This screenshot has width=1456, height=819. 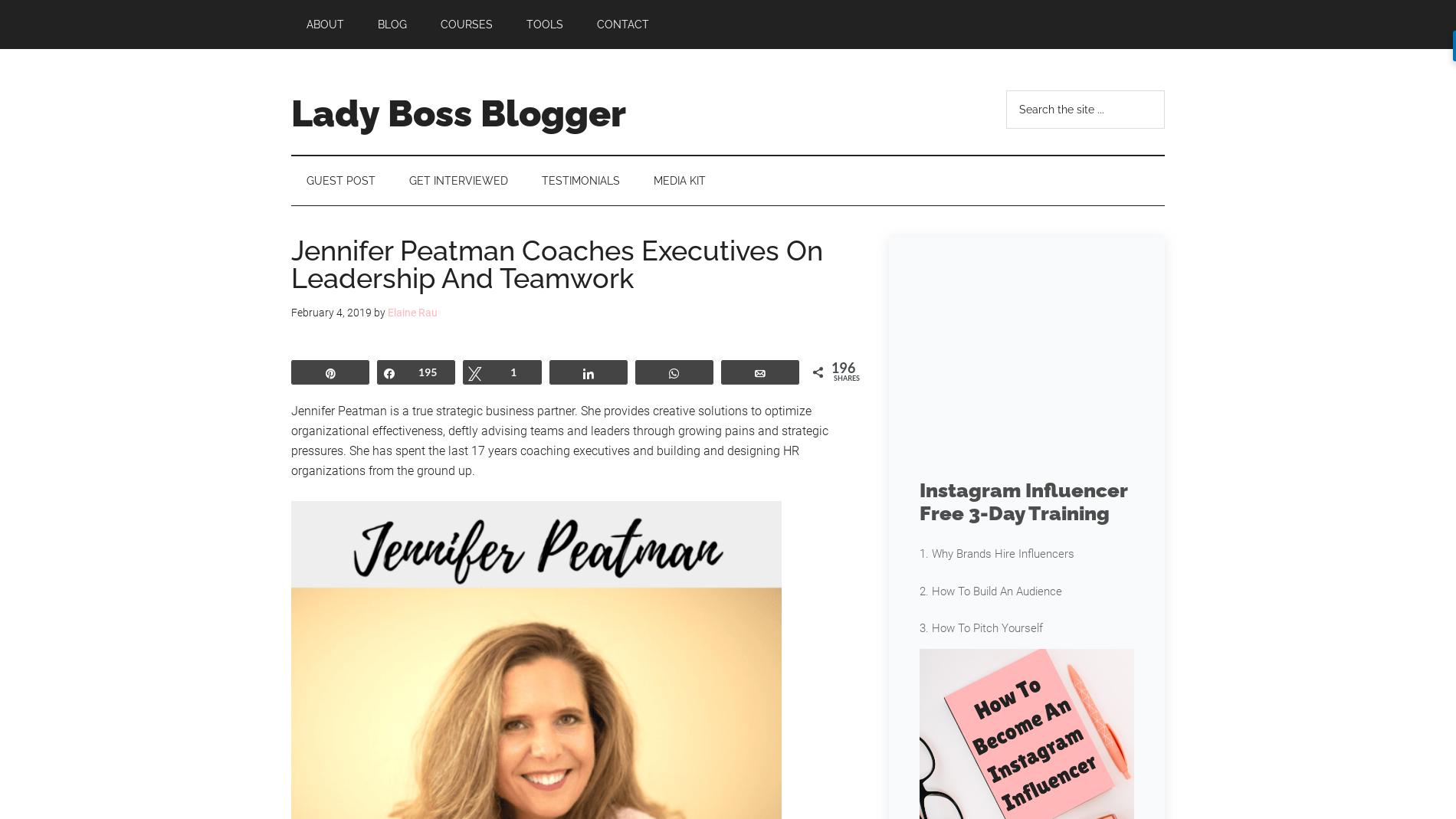 What do you see at coordinates (324, 23) in the screenshot?
I see `'About'` at bounding box center [324, 23].